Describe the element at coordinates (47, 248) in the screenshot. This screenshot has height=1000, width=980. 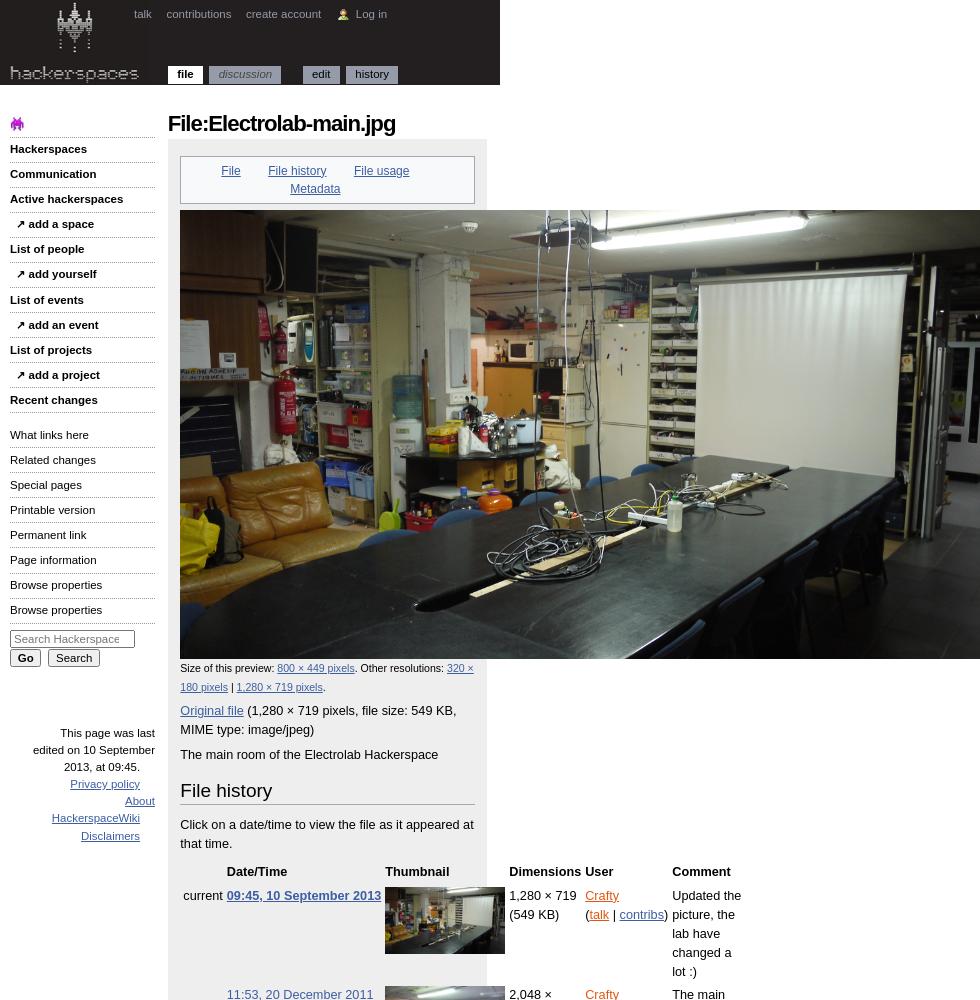
I see `'List of people'` at that location.